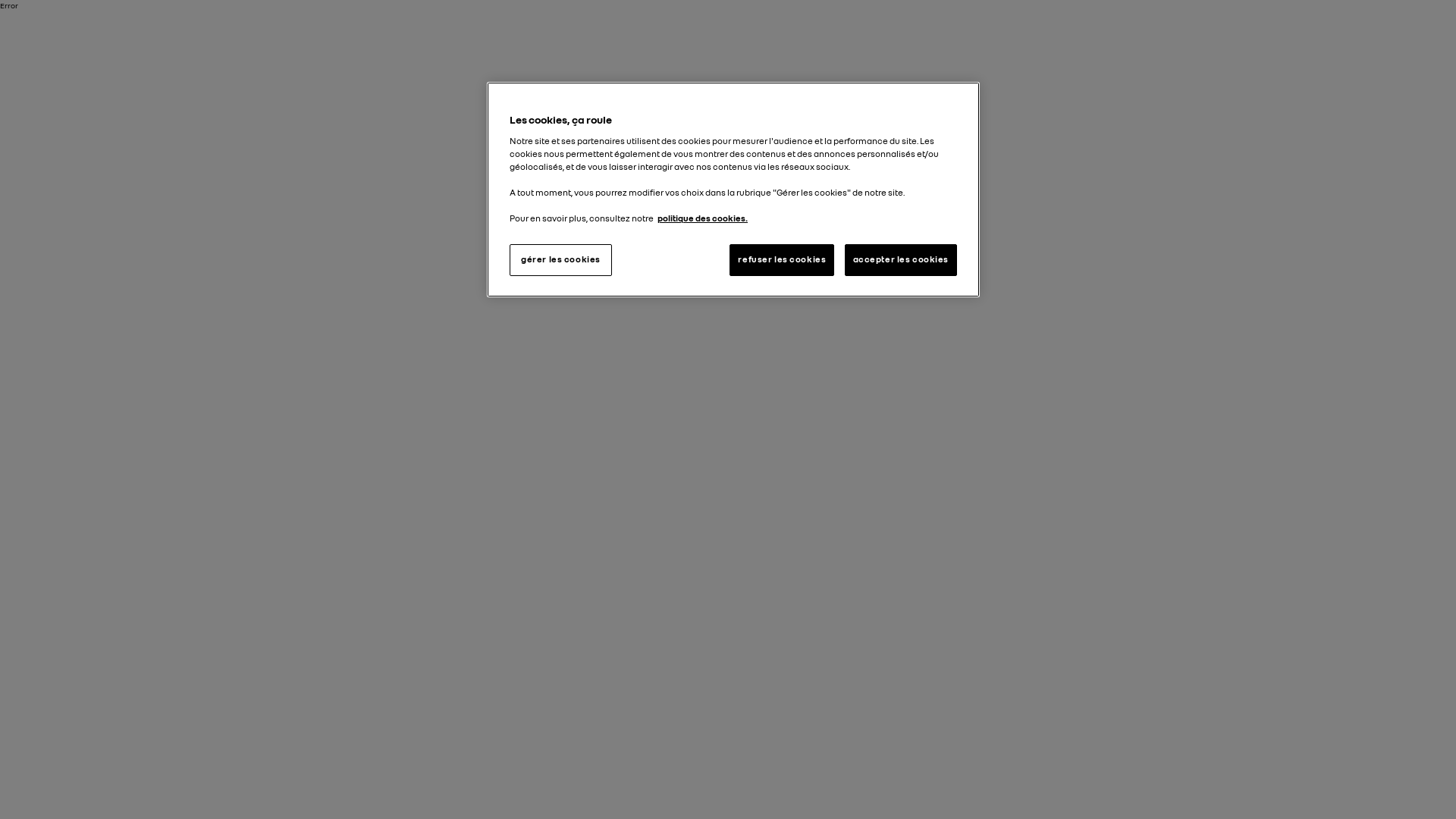 Image resolution: width=1456 pixels, height=819 pixels. Describe the element at coordinates (782, 259) in the screenshot. I see `'refuser les cookies'` at that location.